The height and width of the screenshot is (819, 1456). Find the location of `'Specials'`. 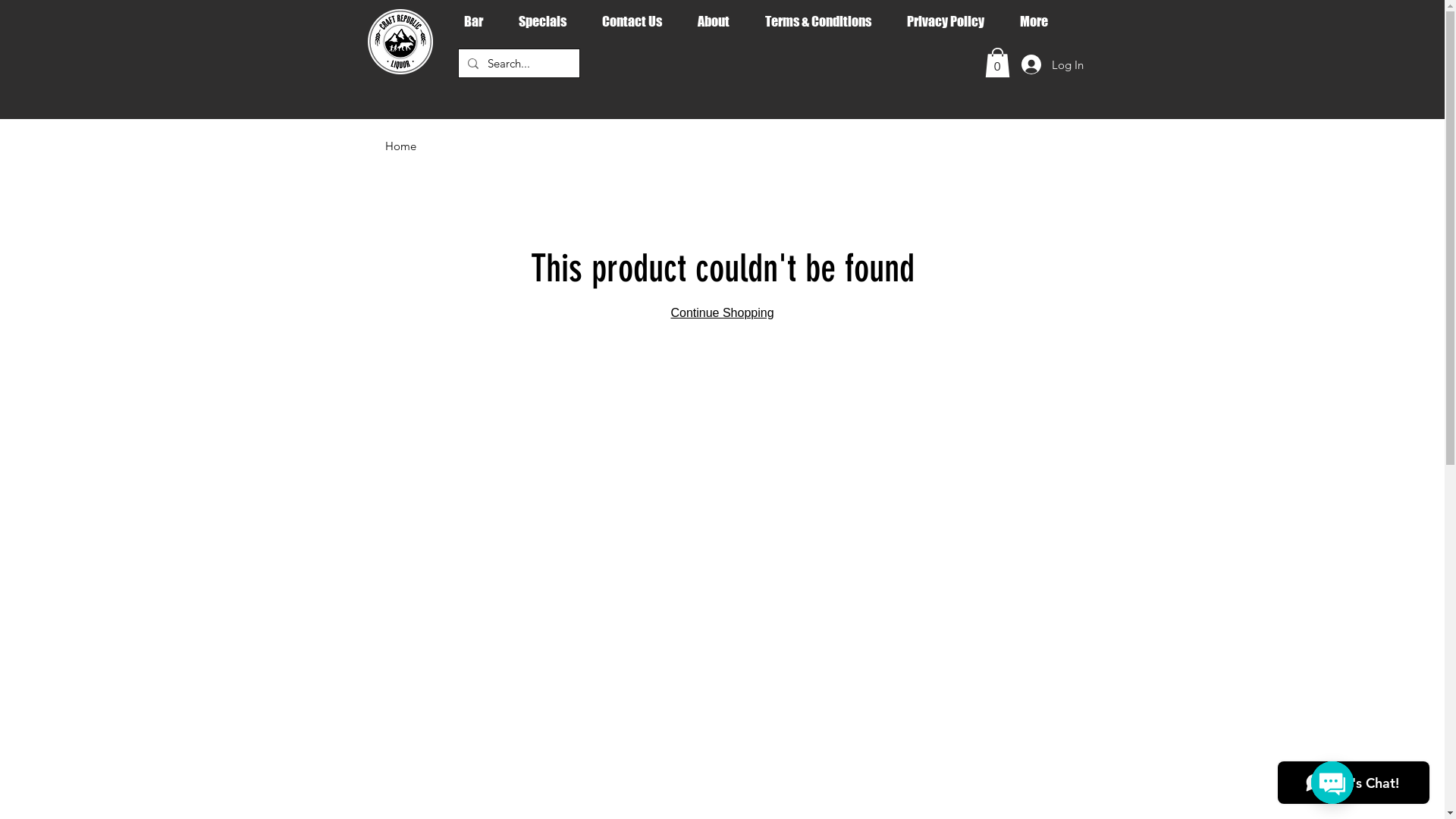

'Specials' is located at coordinates (548, 21).